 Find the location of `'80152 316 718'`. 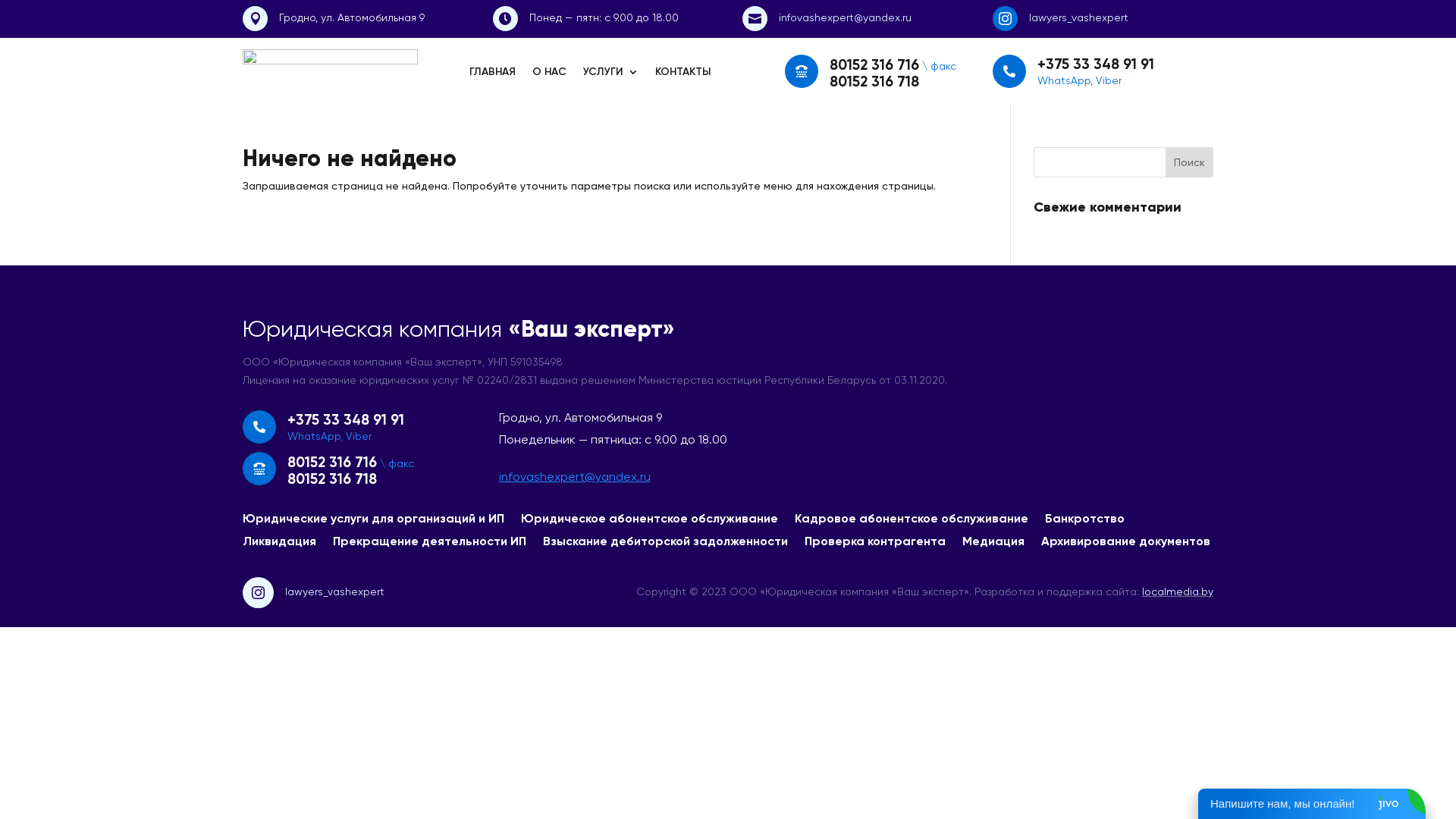

'80152 316 718' is located at coordinates (331, 479).